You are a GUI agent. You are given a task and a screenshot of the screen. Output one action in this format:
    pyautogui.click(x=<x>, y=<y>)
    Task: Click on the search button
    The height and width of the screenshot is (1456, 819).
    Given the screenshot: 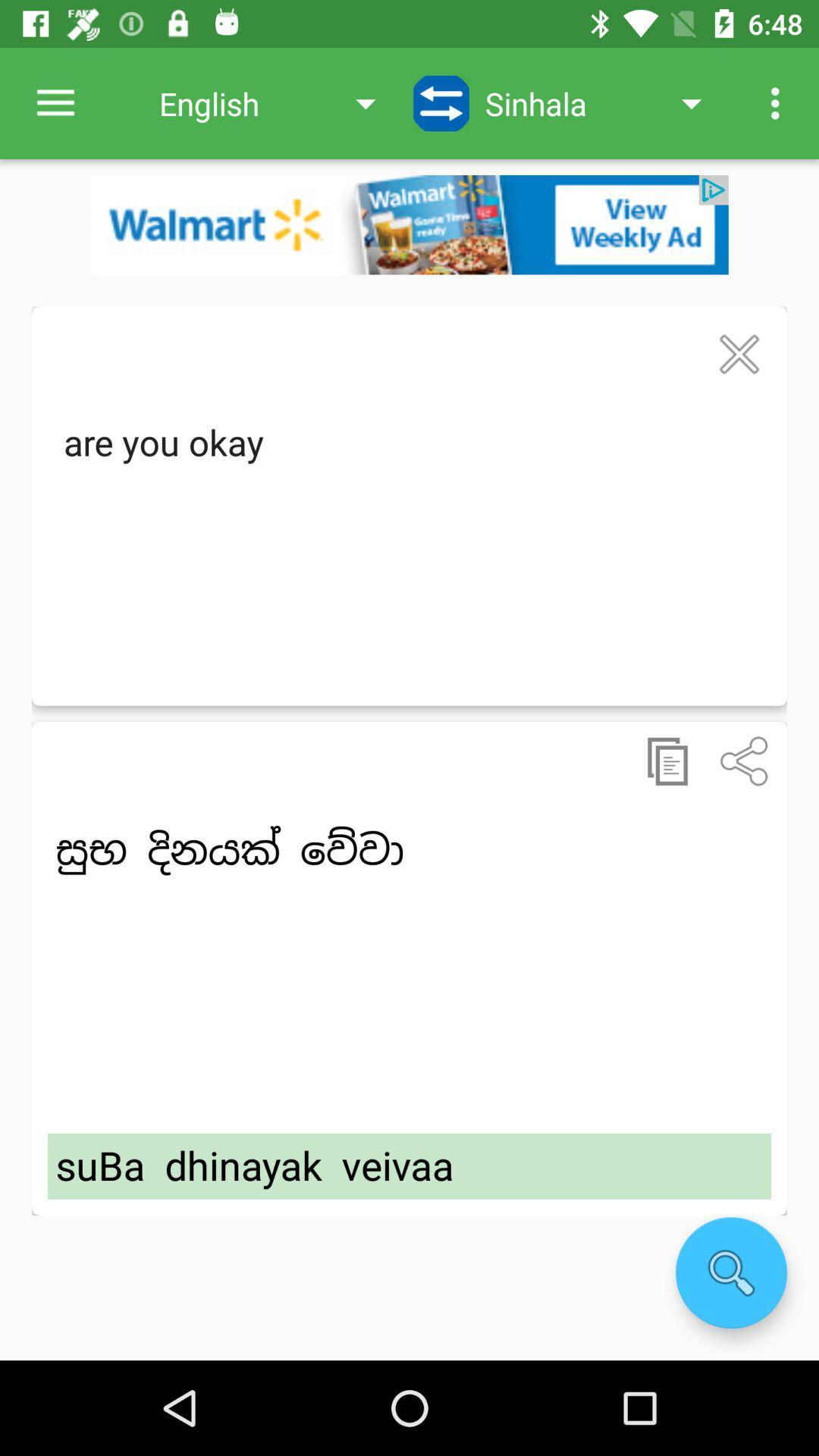 What is the action you would take?
    pyautogui.click(x=730, y=1272)
    